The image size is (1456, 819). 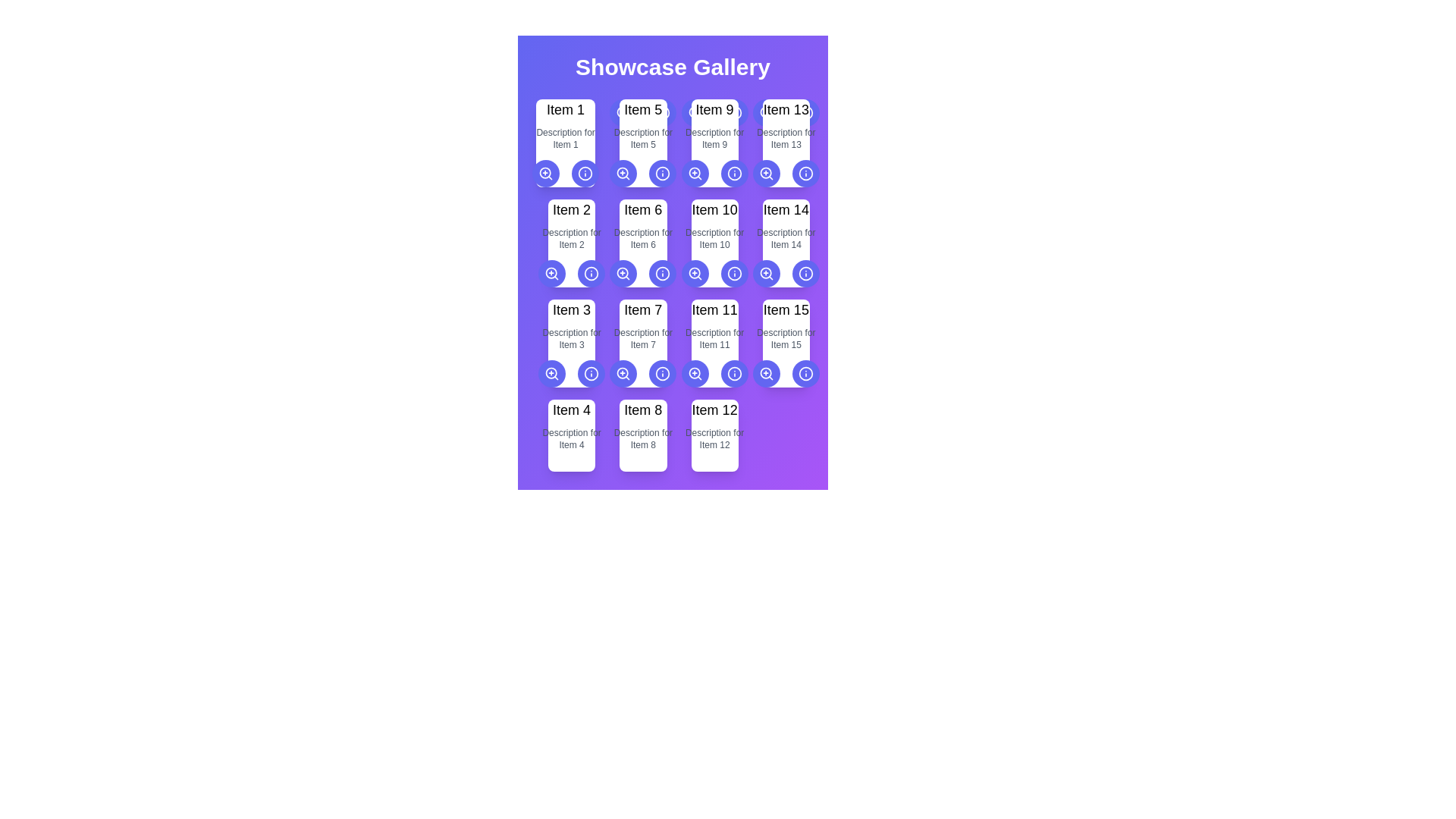 I want to click on the circular interactive button styled in blue, located in the grid item labeled 'Item 9', which is positioned in the fourth column of the first row, so click(x=734, y=172).